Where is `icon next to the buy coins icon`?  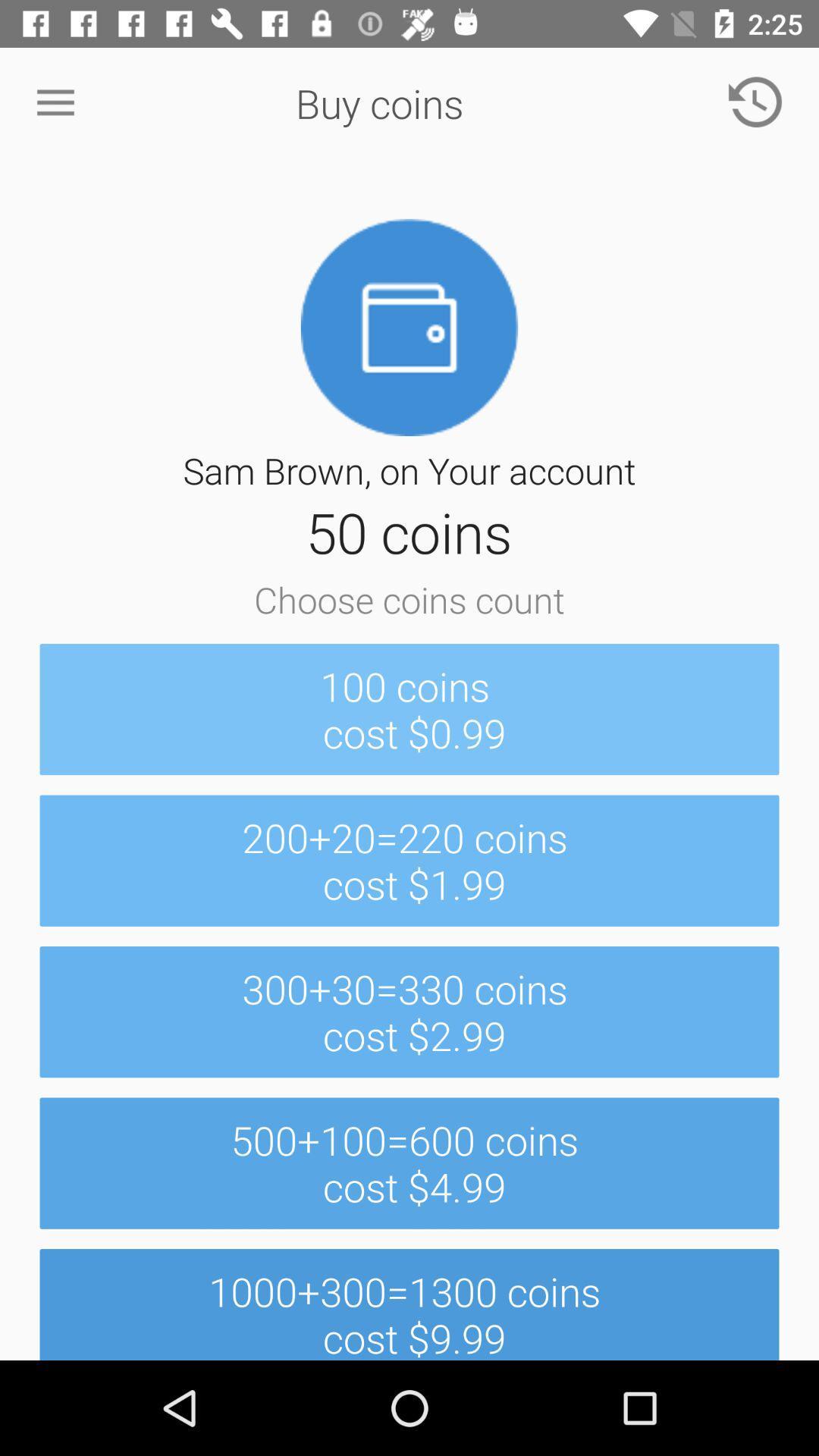 icon next to the buy coins icon is located at coordinates (55, 102).